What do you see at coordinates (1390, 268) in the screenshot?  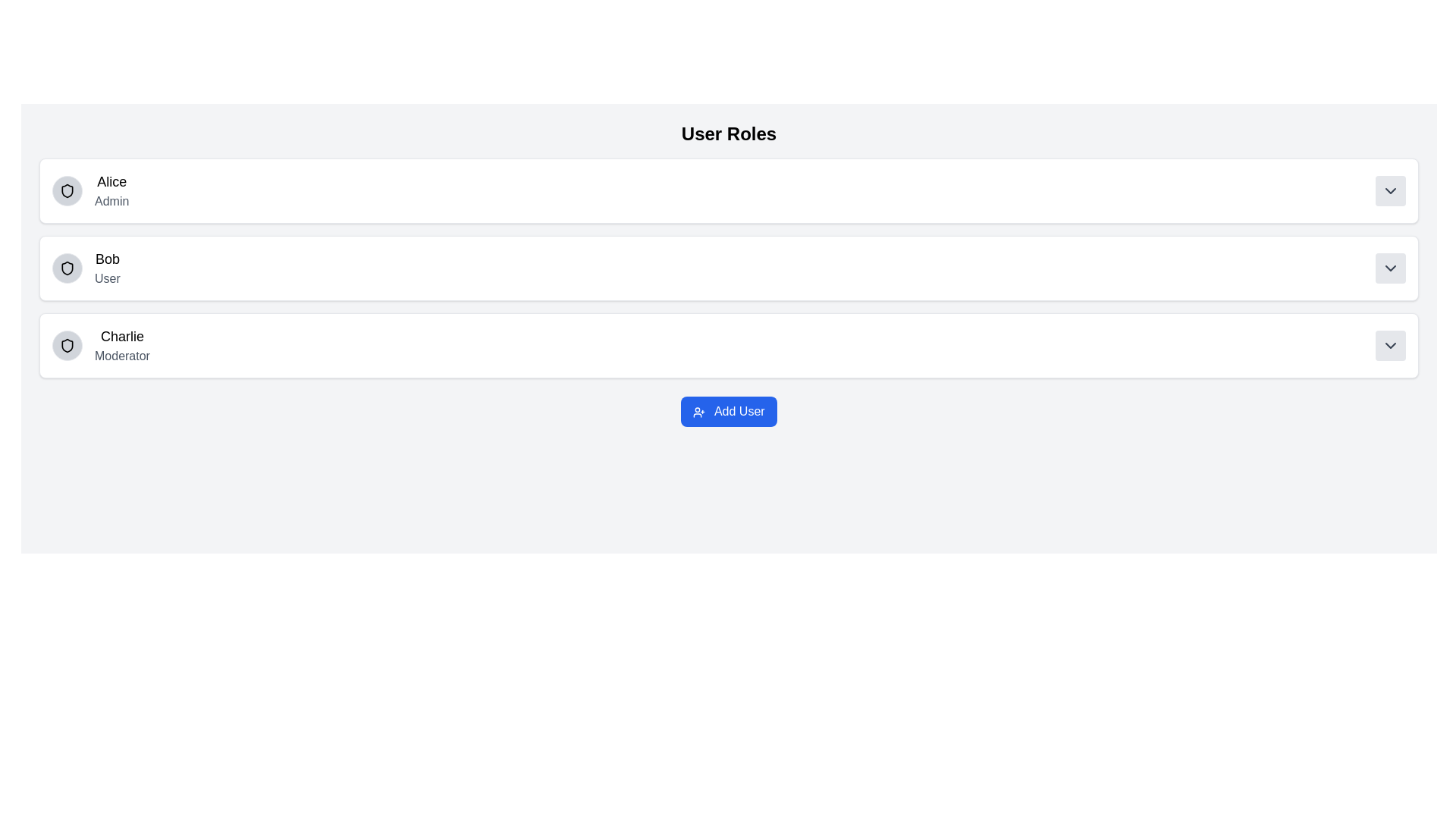 I see `the downward-pointing chevron icon indicating dropdown options for the user named 'Bob'` at bounding box center [1390, 268].